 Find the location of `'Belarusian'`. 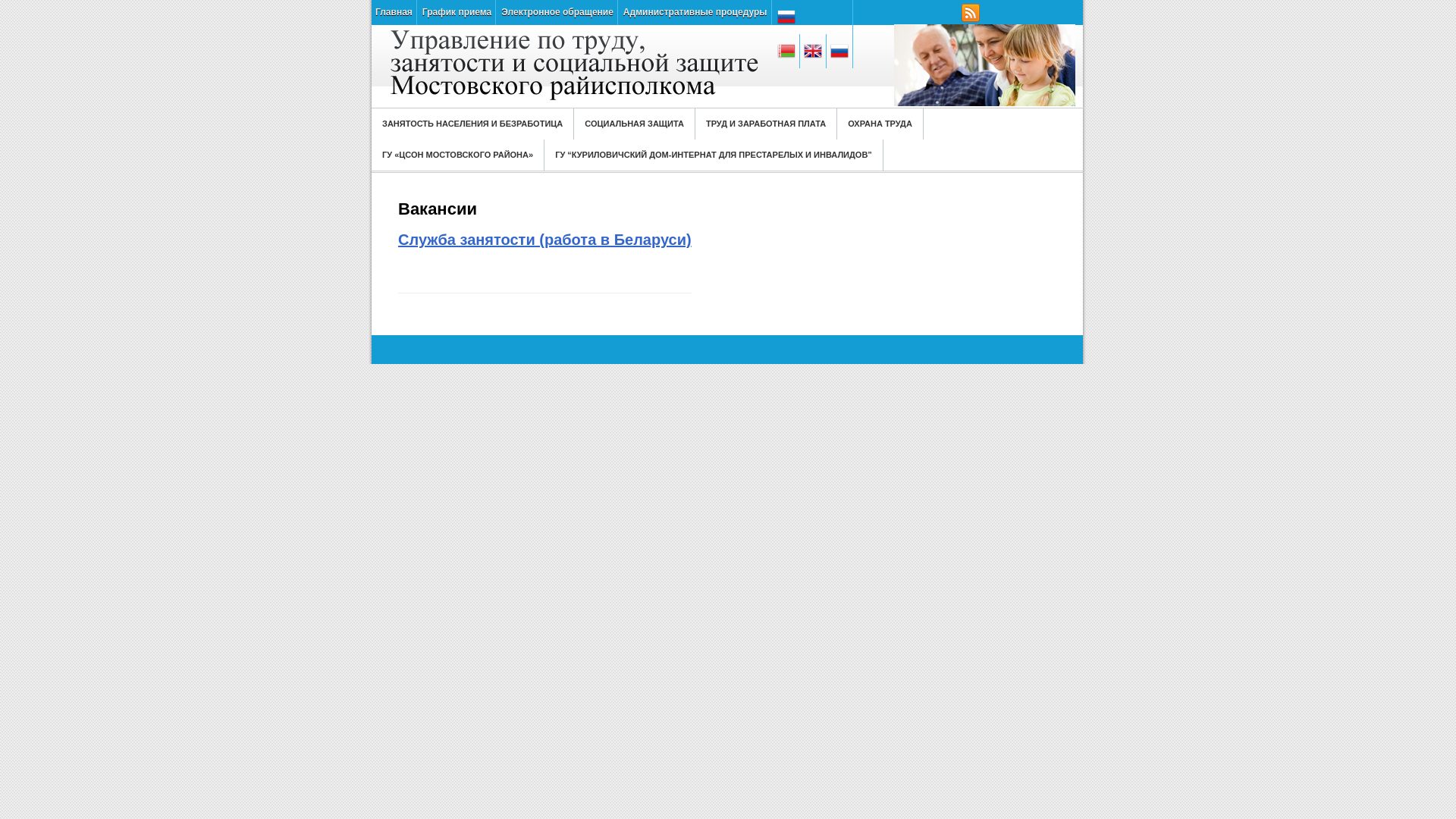

'Belarusian' is located at coordinates (786, 50).